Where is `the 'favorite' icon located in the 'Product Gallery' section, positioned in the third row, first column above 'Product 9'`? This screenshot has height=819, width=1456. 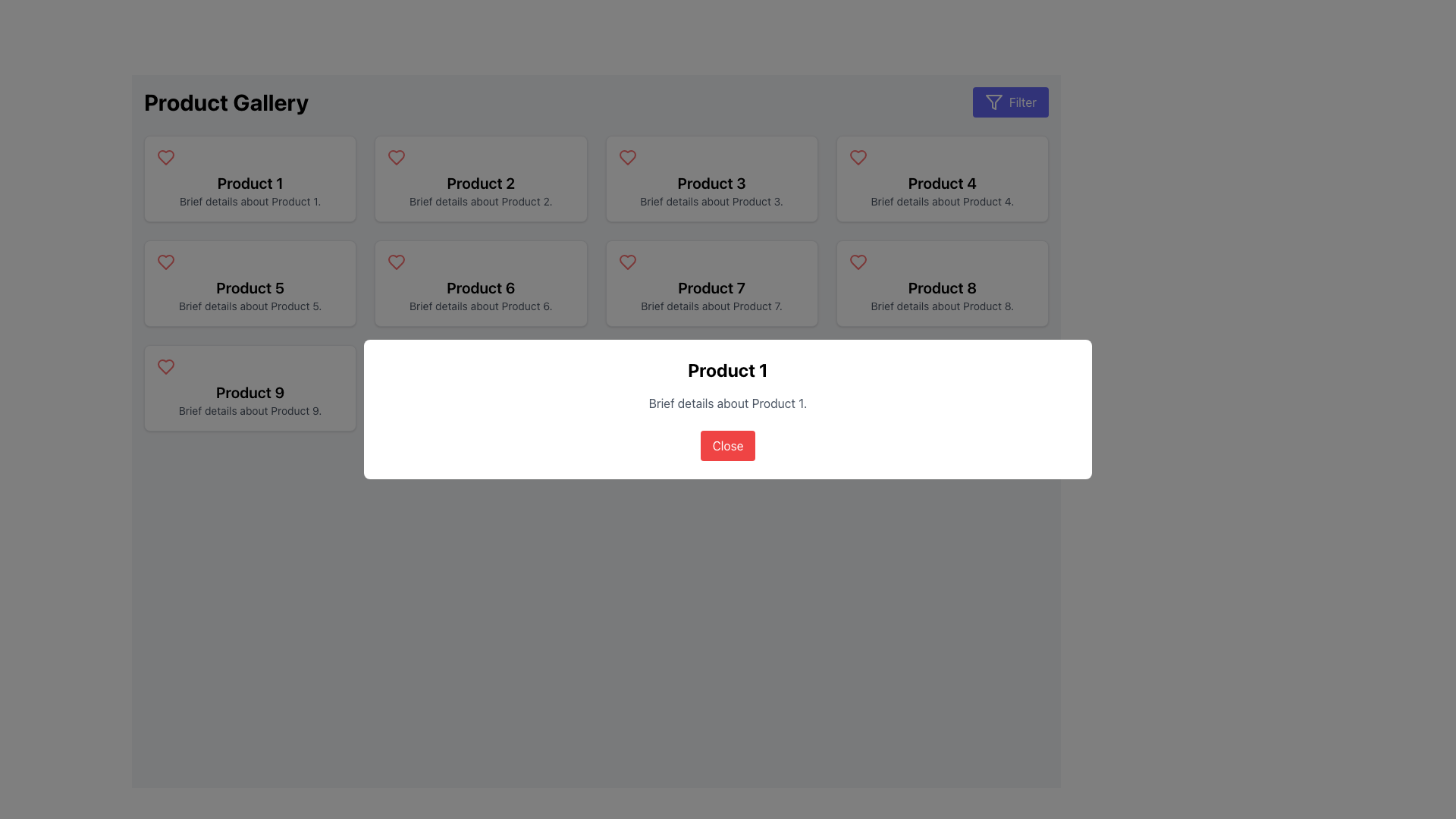
the 'favorite' icon located in the 'Product Gallery' section, positioned in the third row, first column above 'Product 9' is located at coordinates (166, 262).